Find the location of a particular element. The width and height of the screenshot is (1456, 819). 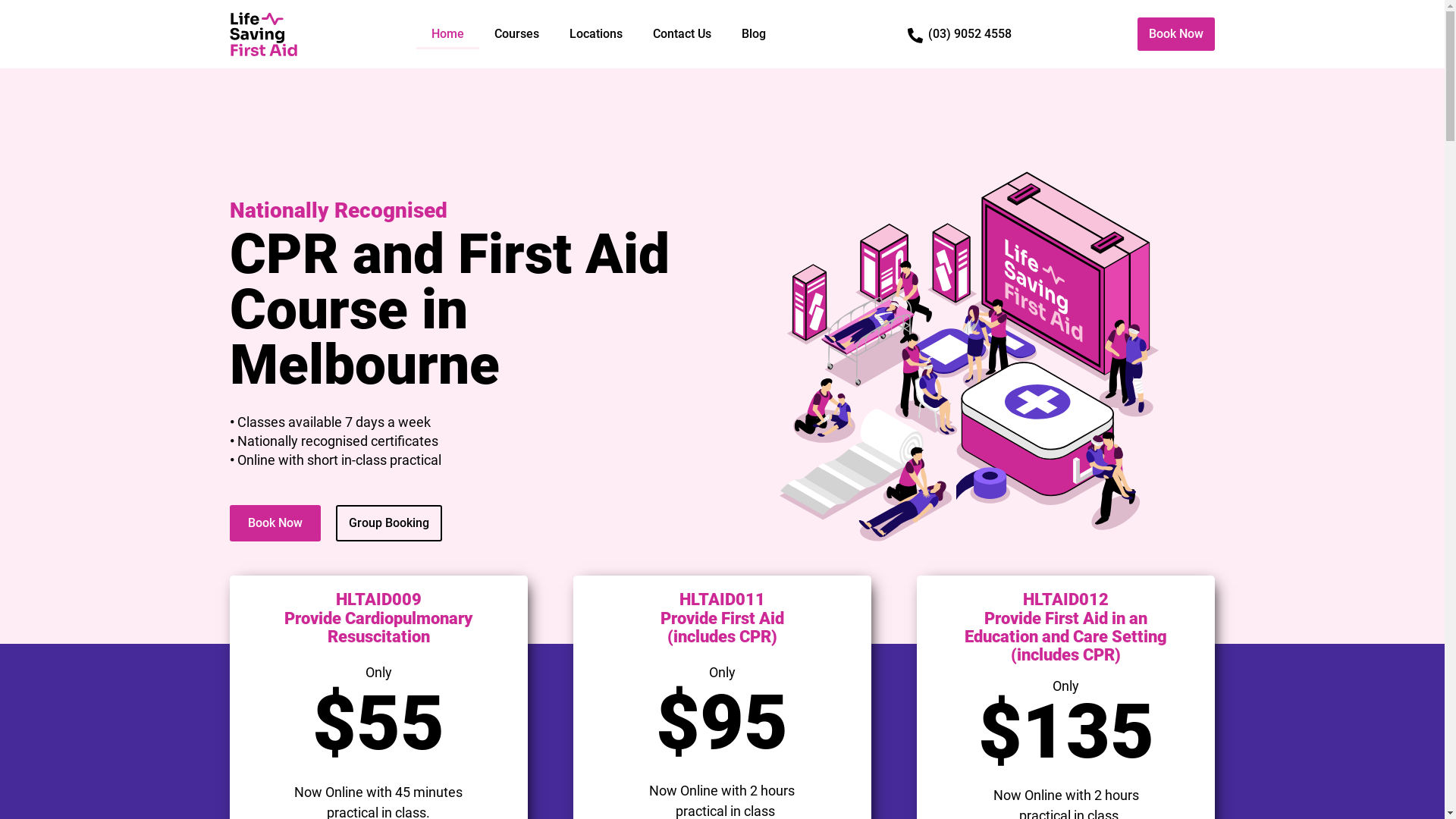

'Locations' is located at coordinates (553, 34).